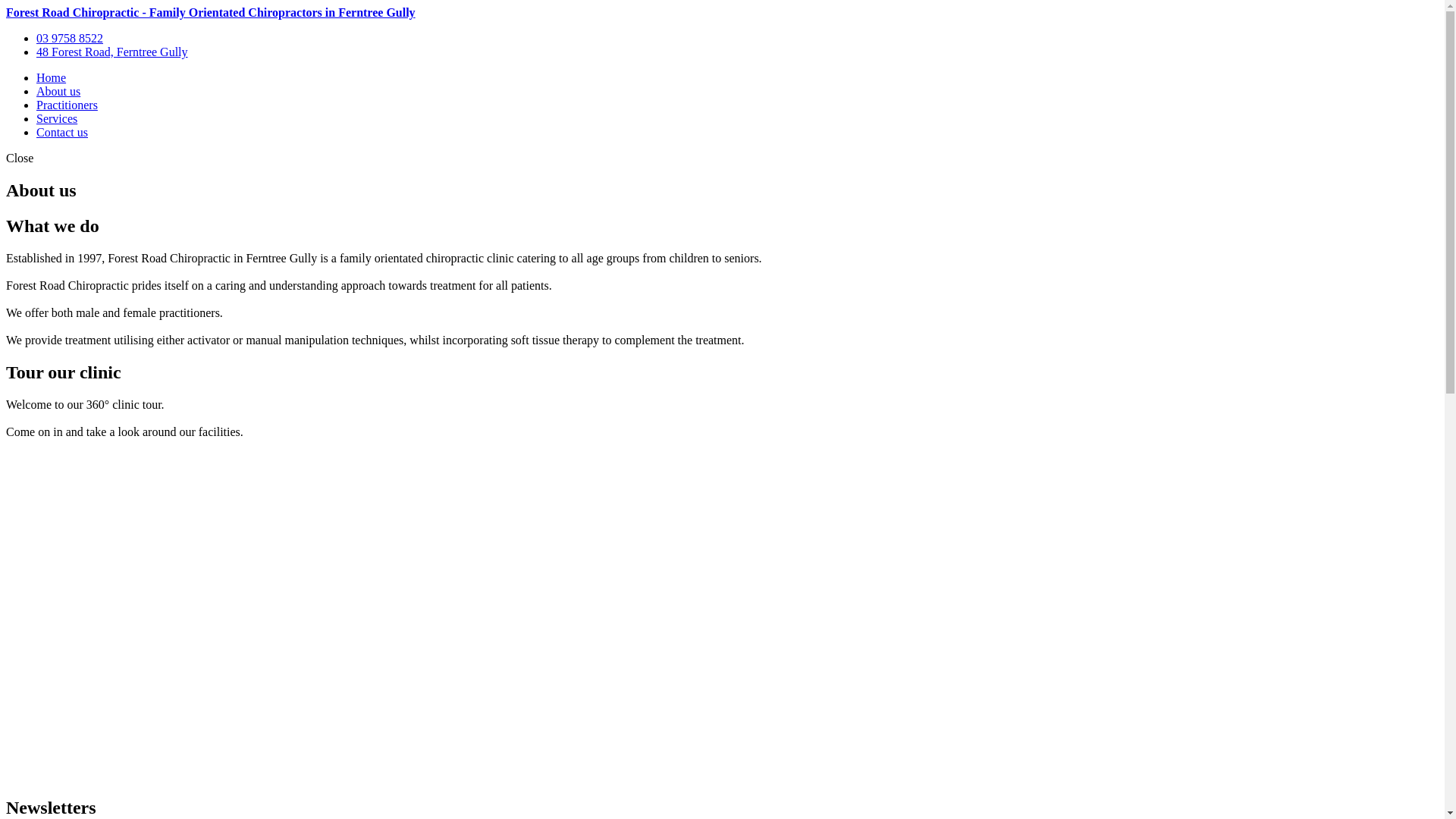 This screenshot has width=1456, height=819. Describe the element at coordinates (68, 37) in the screenshot. I see `'03 9758 8522'` at that location.